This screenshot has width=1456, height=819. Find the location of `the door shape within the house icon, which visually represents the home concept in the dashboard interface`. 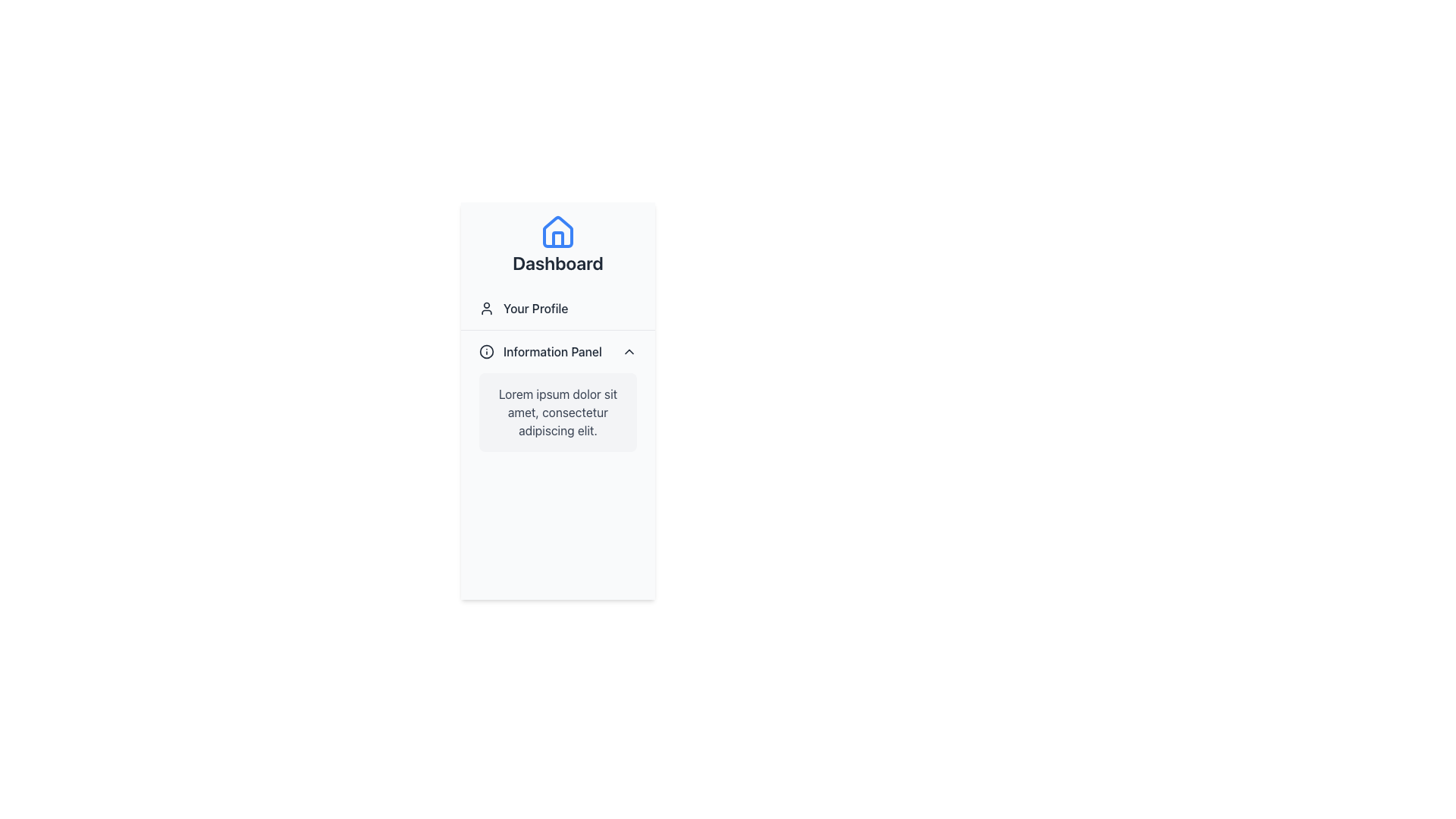

the door shape within the house icon, which visually represents the home concept in the dashboard interface is located at coordinates (557, 239).